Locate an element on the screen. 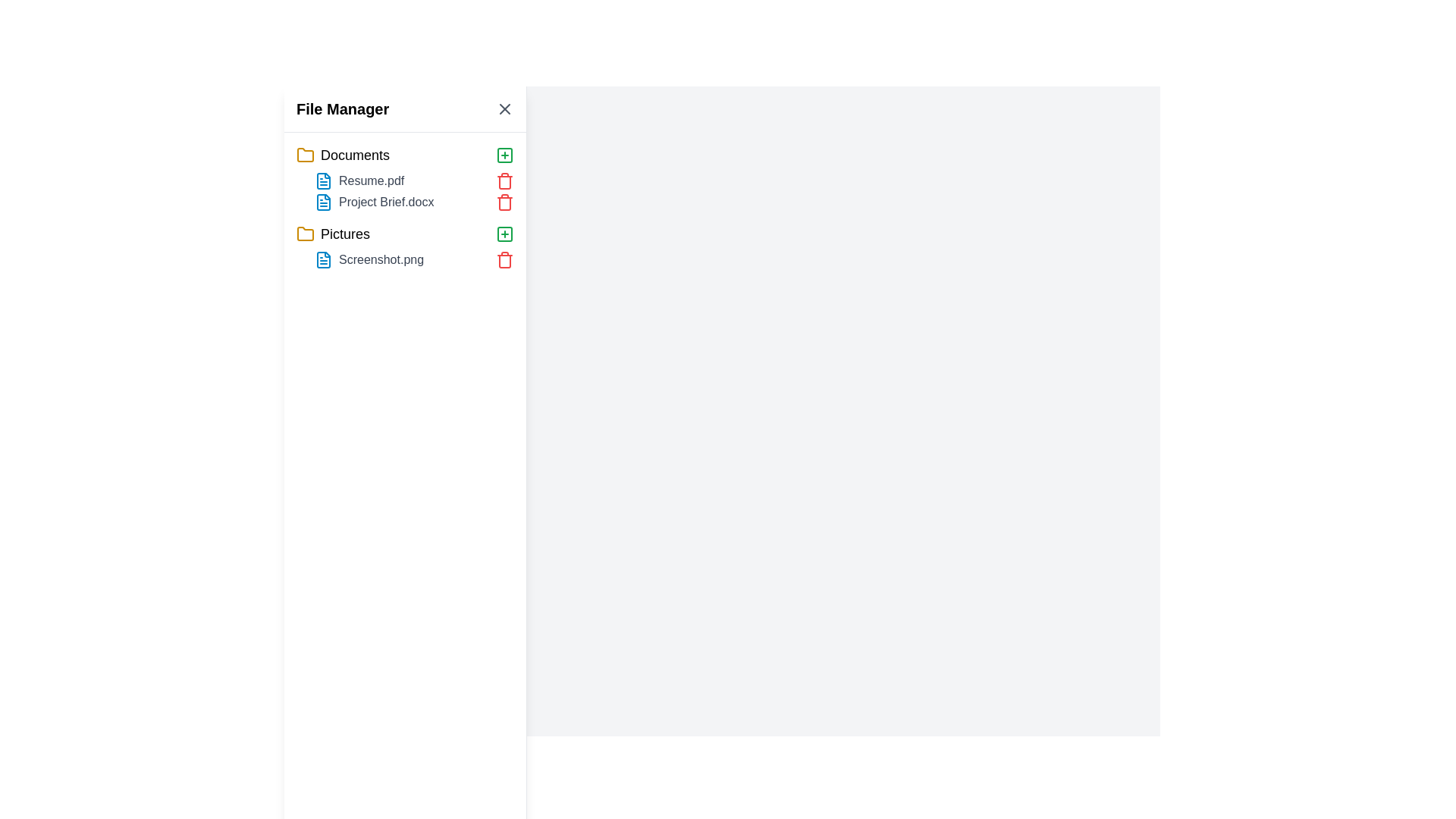 Image resolution: width=1456 pixels, height=819 pixels. the 'Documents' text label adjacent to the yellow folder icon in the File Manager section is located at coordinates (354, 155).